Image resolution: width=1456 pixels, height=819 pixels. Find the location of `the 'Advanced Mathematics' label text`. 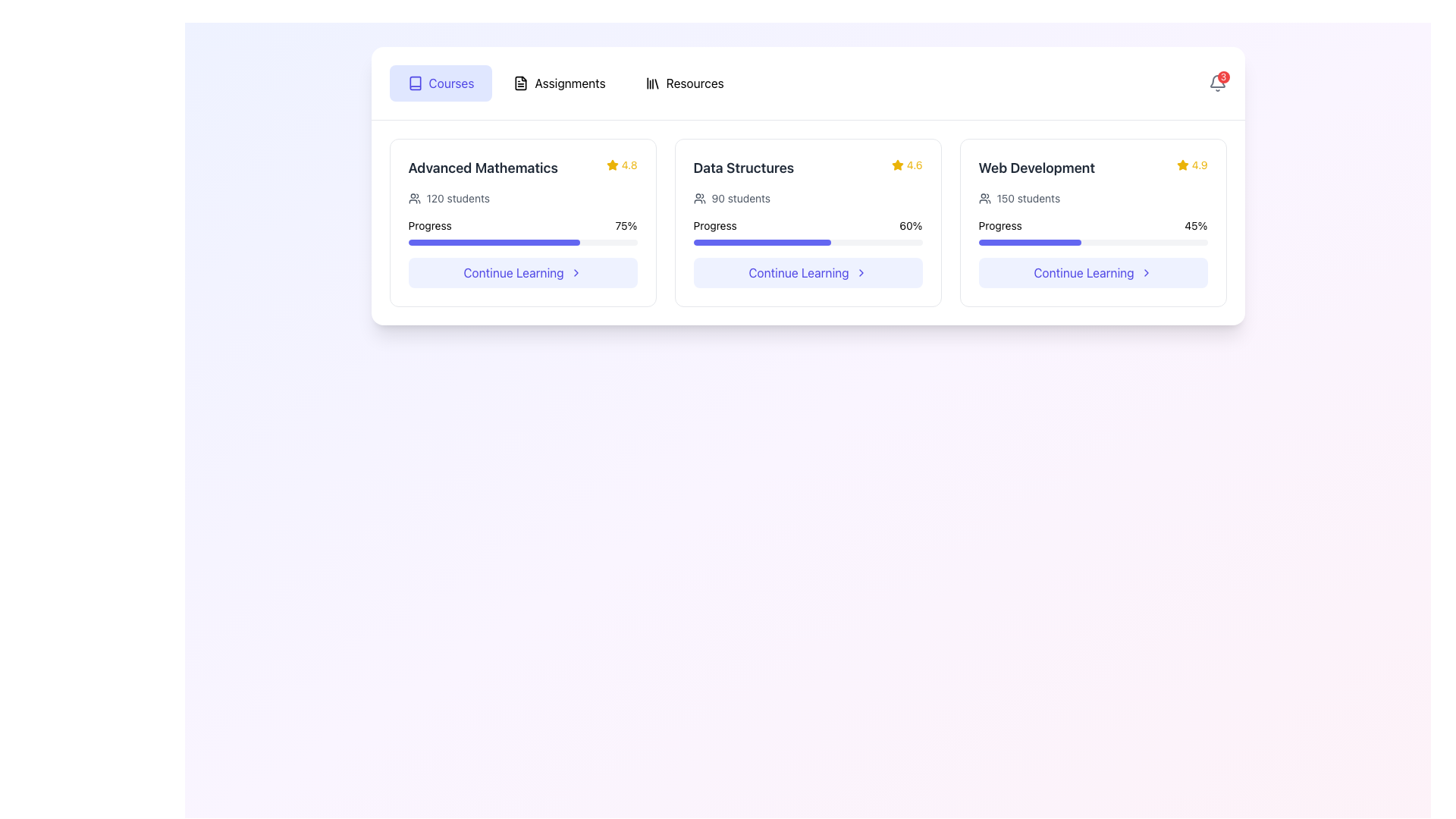

the 'Advanced Mathematics' label text is located at coordinates (522, 168).